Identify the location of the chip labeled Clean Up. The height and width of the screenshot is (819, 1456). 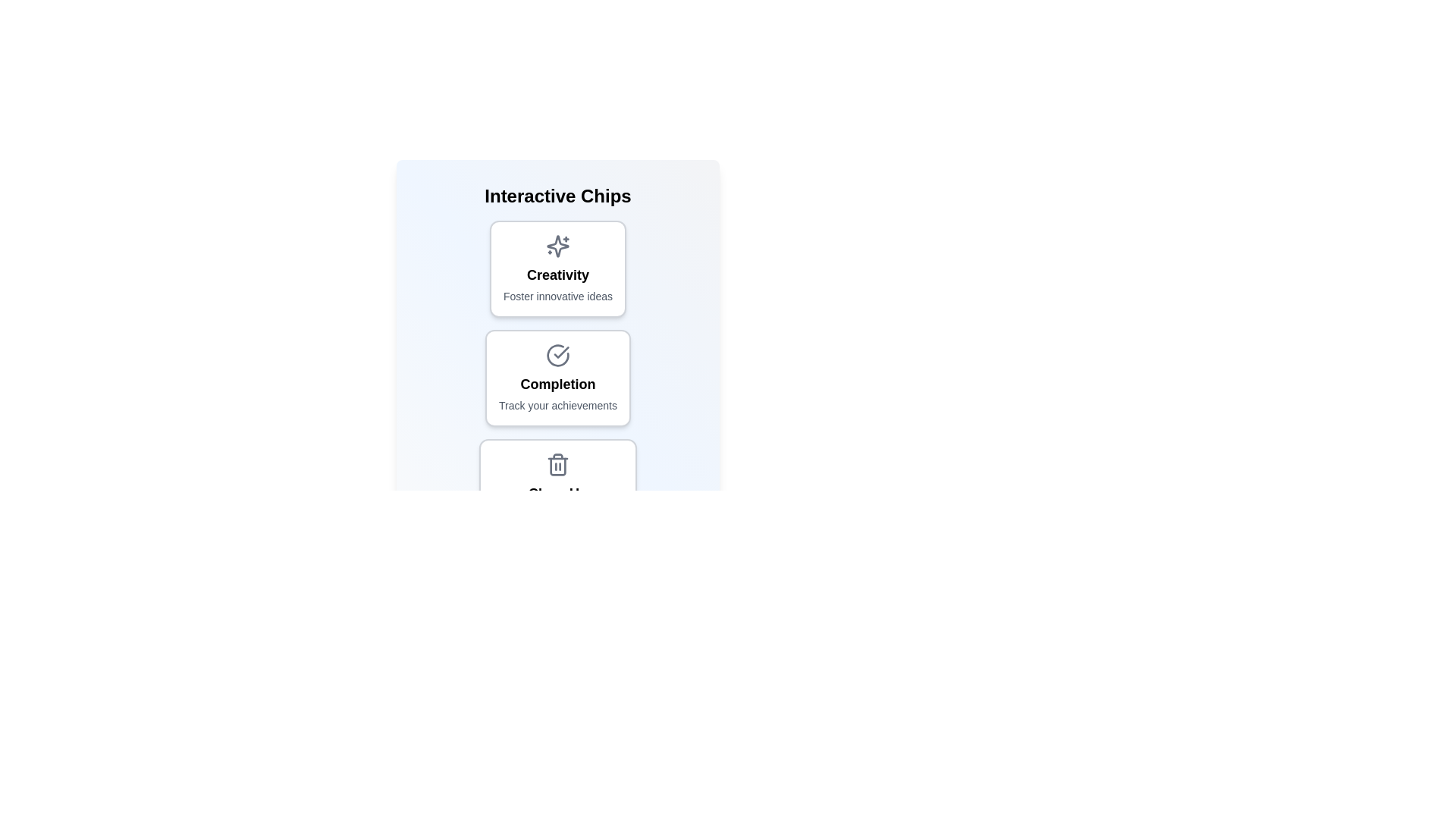
(557, 488).